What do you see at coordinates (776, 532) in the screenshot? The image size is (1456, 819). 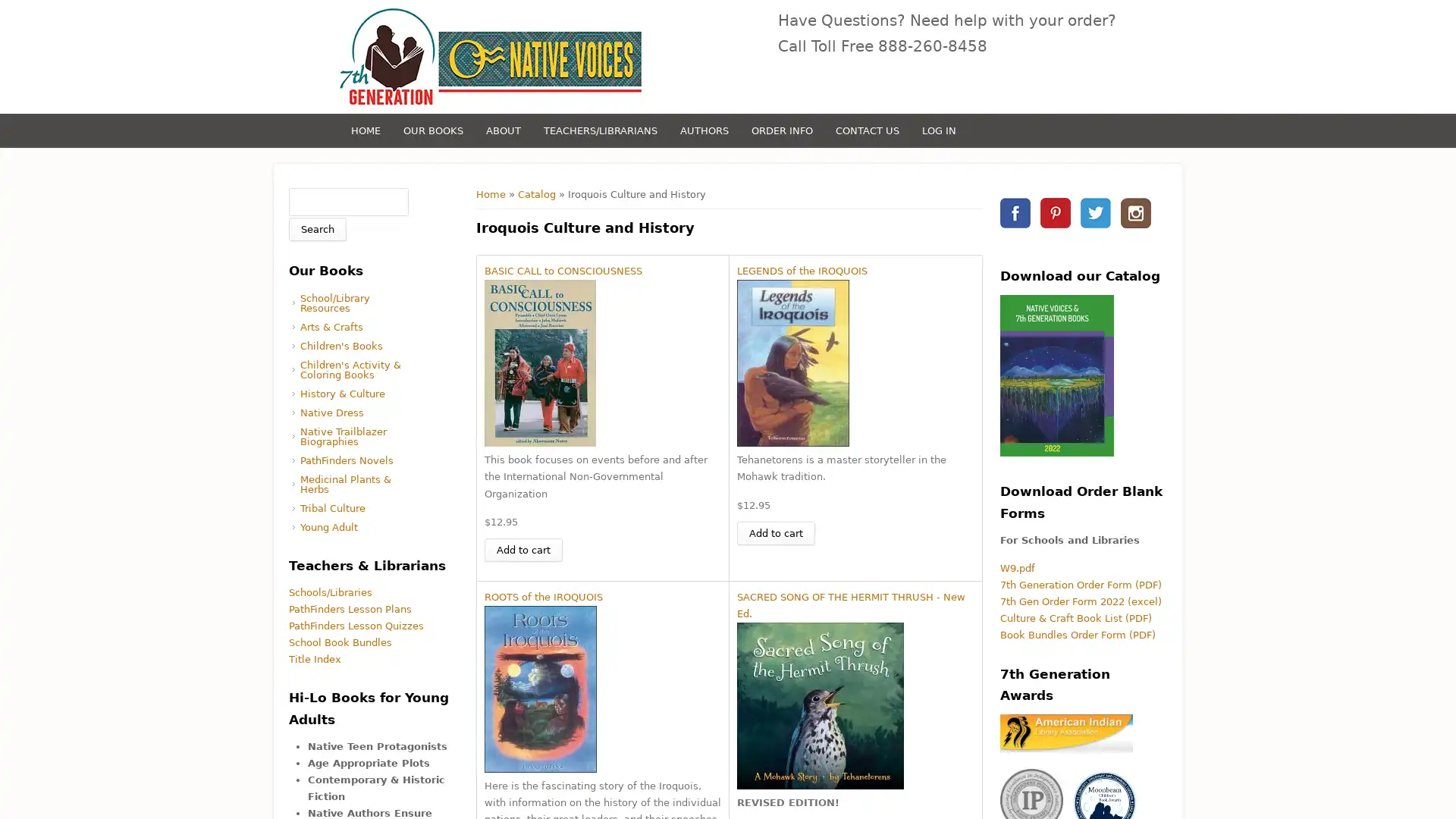 I see `Add to cart` at bounding box center [776, 532].